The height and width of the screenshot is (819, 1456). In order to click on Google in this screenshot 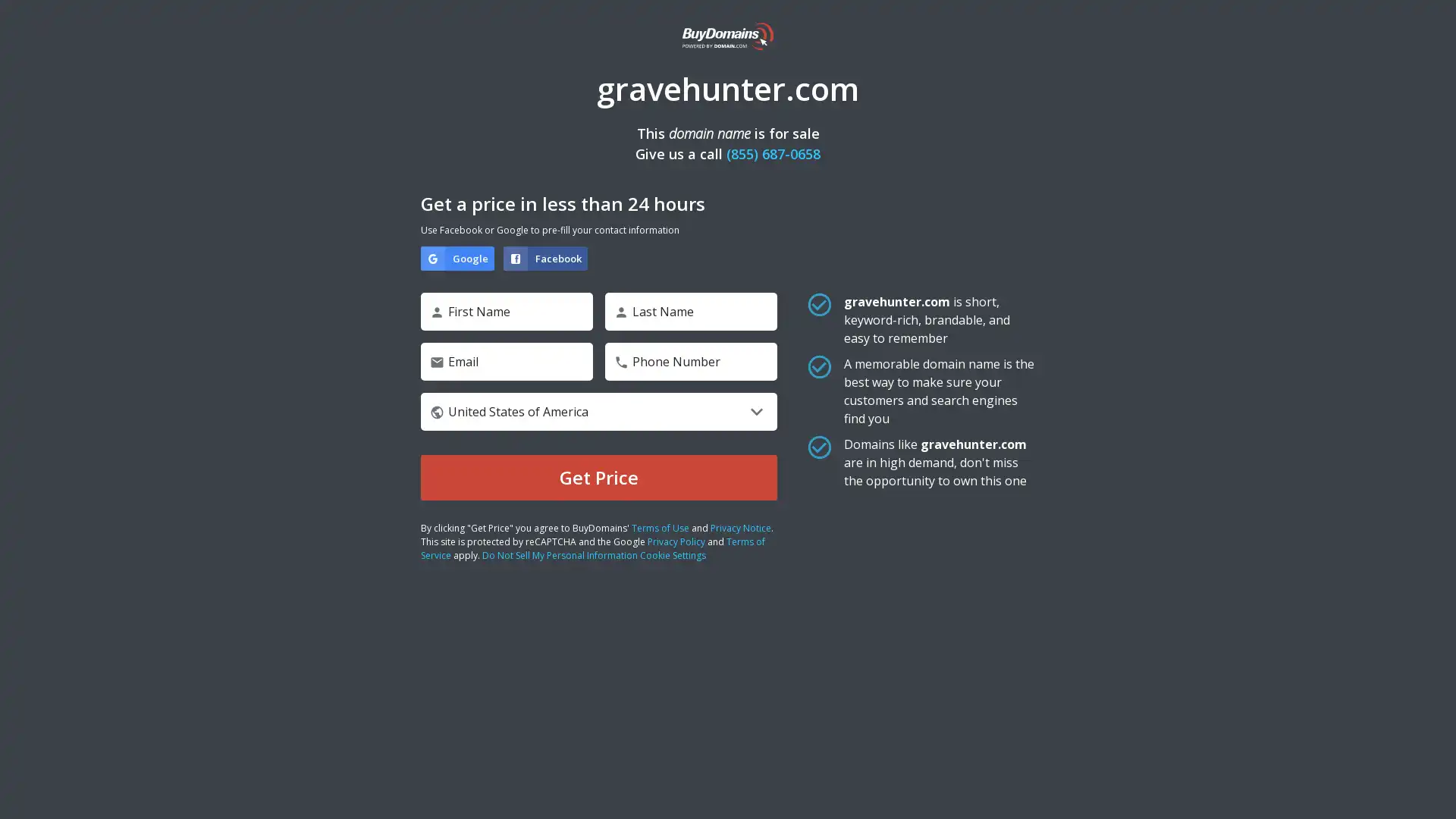, I will do `click(457, 257)`.